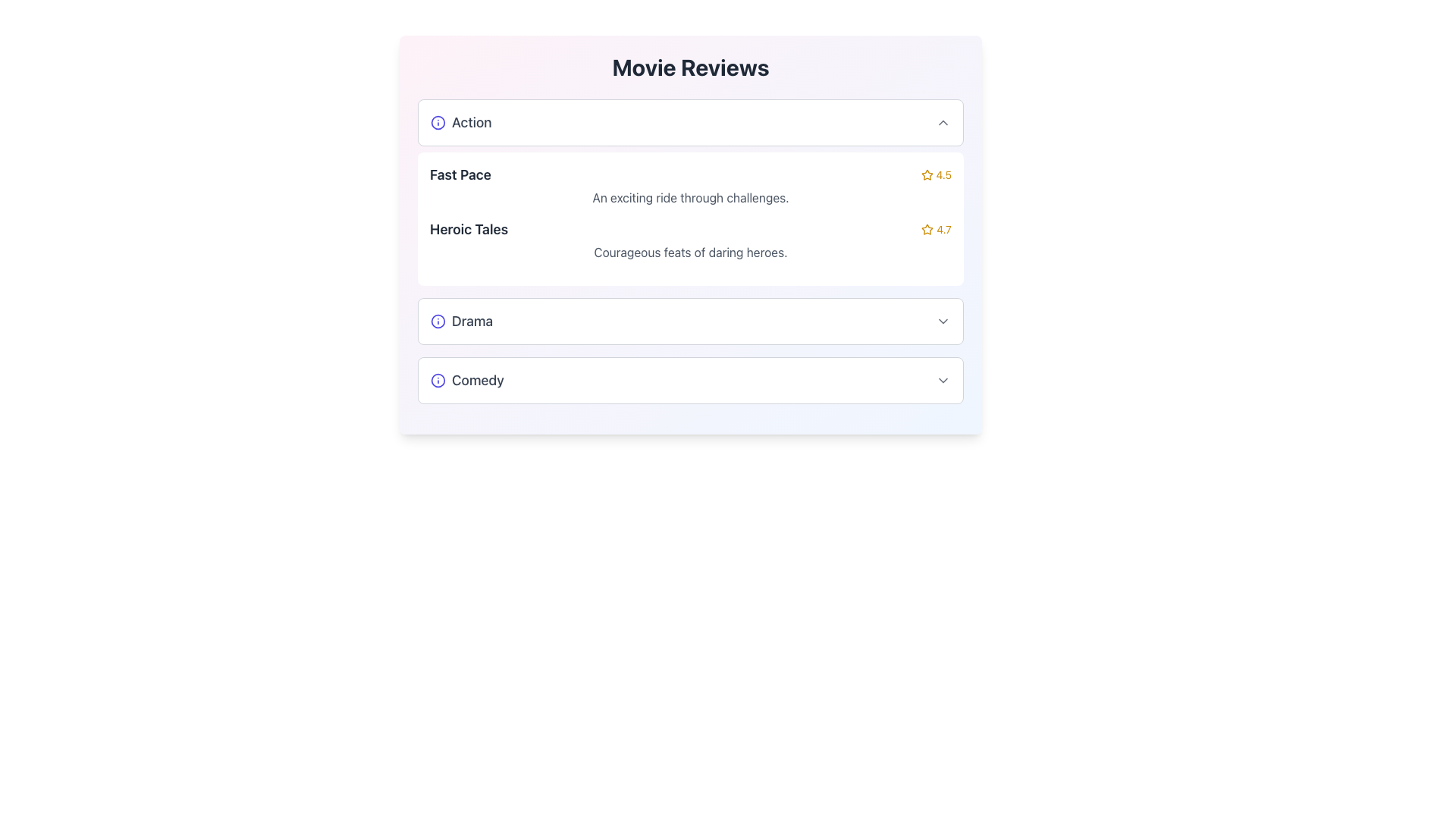 Image resolution: width=1456 pixels, height=819 pixels. What do you see at coordinates (437, 379) in the screenshot?
I see `the circular information icon with a blue outline located to the left of the text 'Comedy' in the collapsible section of the 'Movie Reviews' interface for more information` at bounding box center [437, 379].